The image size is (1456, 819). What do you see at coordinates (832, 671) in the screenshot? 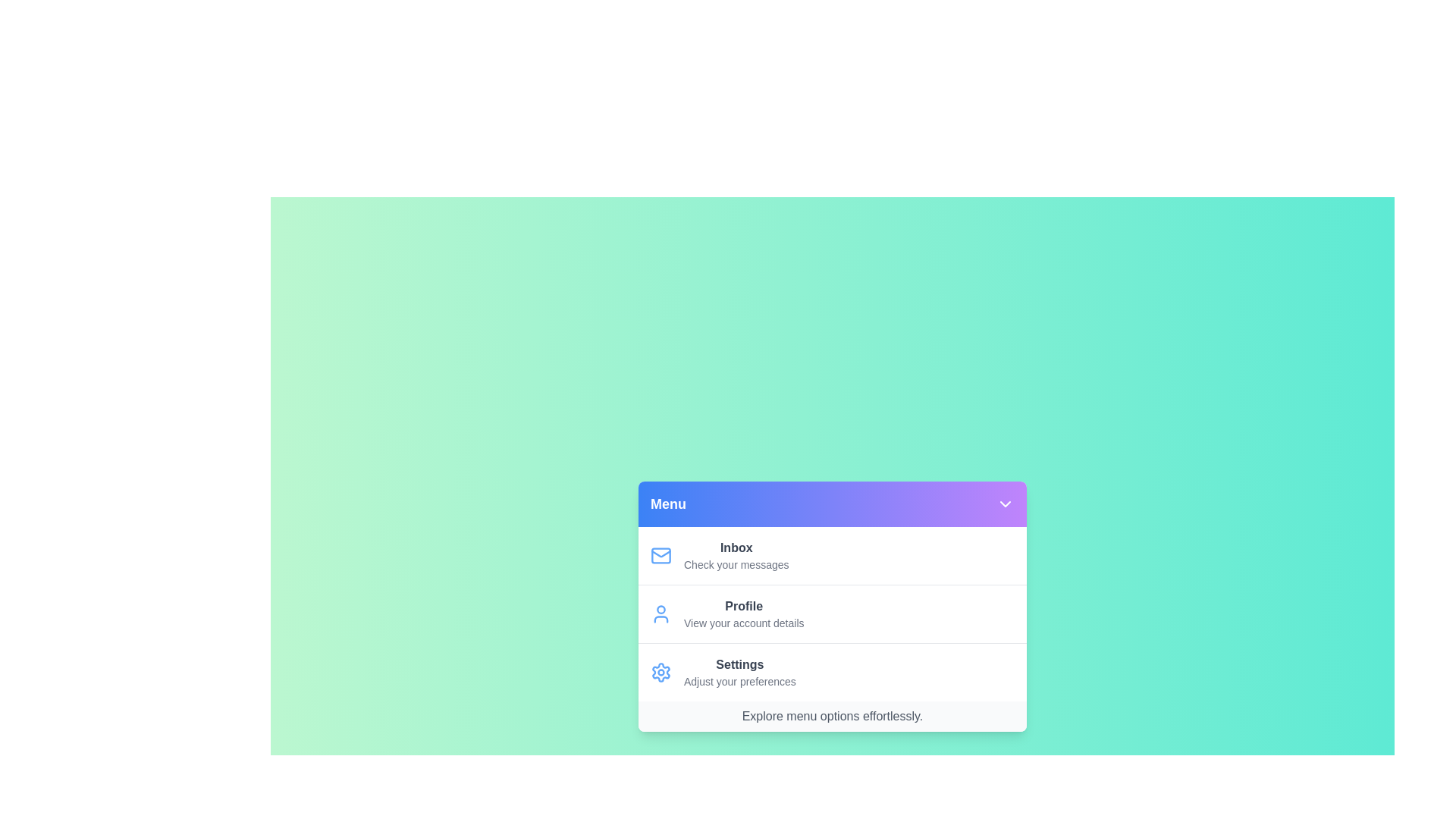
I see `the menu item Settings from the menu` at bounding box center [832, 671].